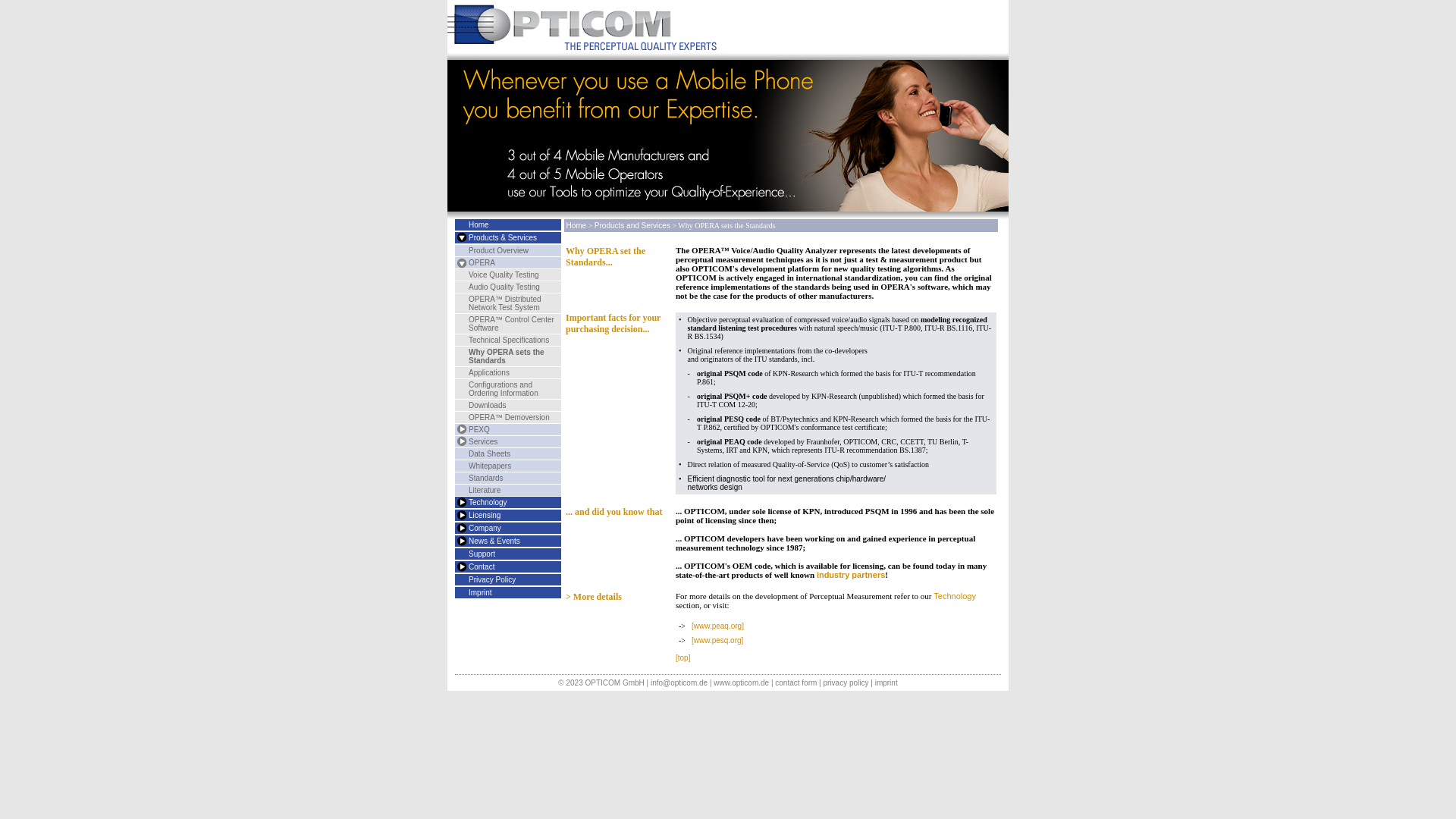  I want to click on 'Configurations and Ordering Information', so click(503, 388).